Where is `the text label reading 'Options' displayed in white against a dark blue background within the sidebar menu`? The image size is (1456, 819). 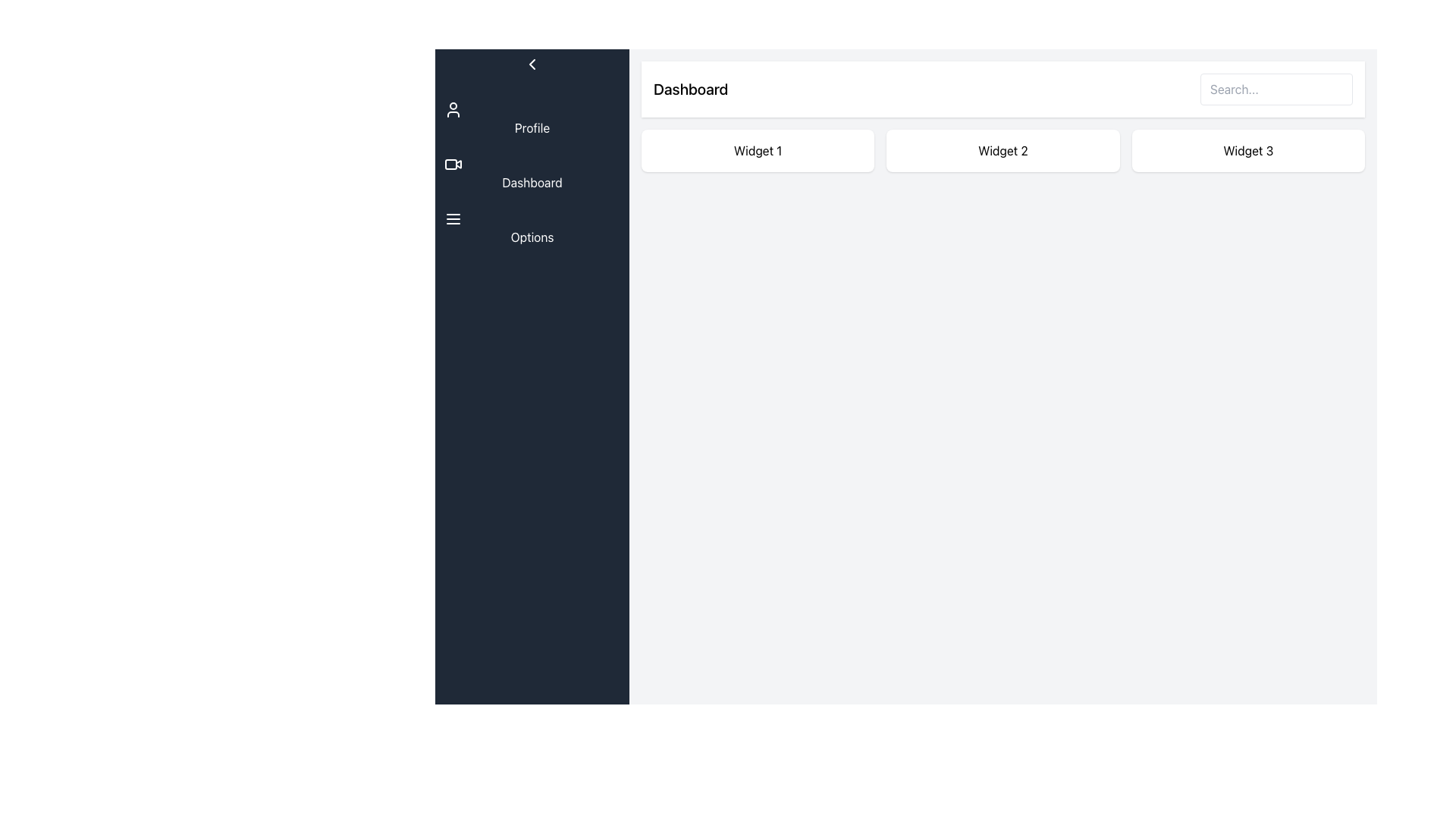
the text label reading 'Options' displayed in white against a dark blue background within the sidebar menu is located at coordinates (532, 237).